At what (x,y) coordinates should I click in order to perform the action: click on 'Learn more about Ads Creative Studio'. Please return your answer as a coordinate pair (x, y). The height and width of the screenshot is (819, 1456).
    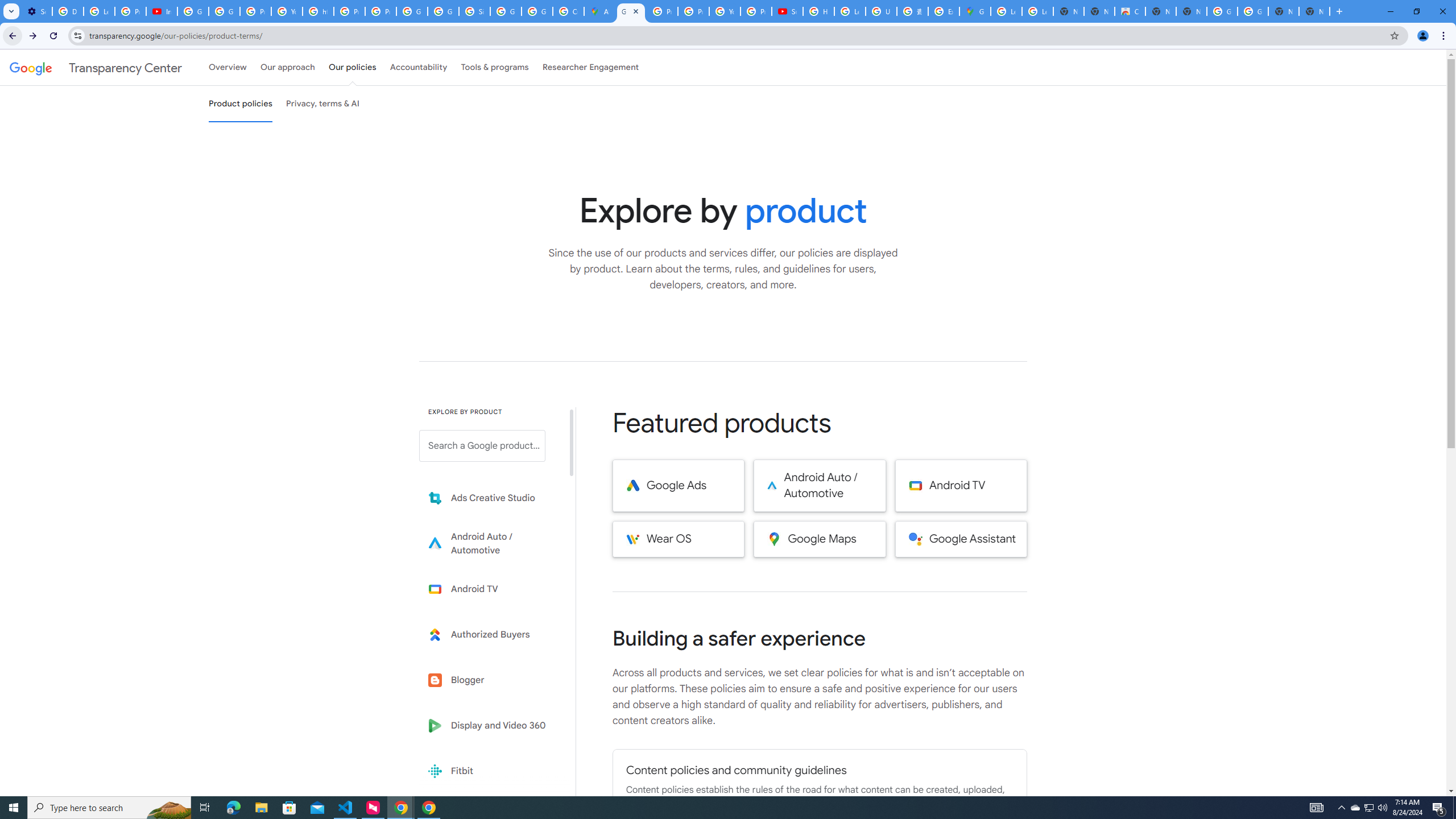
    Looking at the image, I should click on (490, 498).